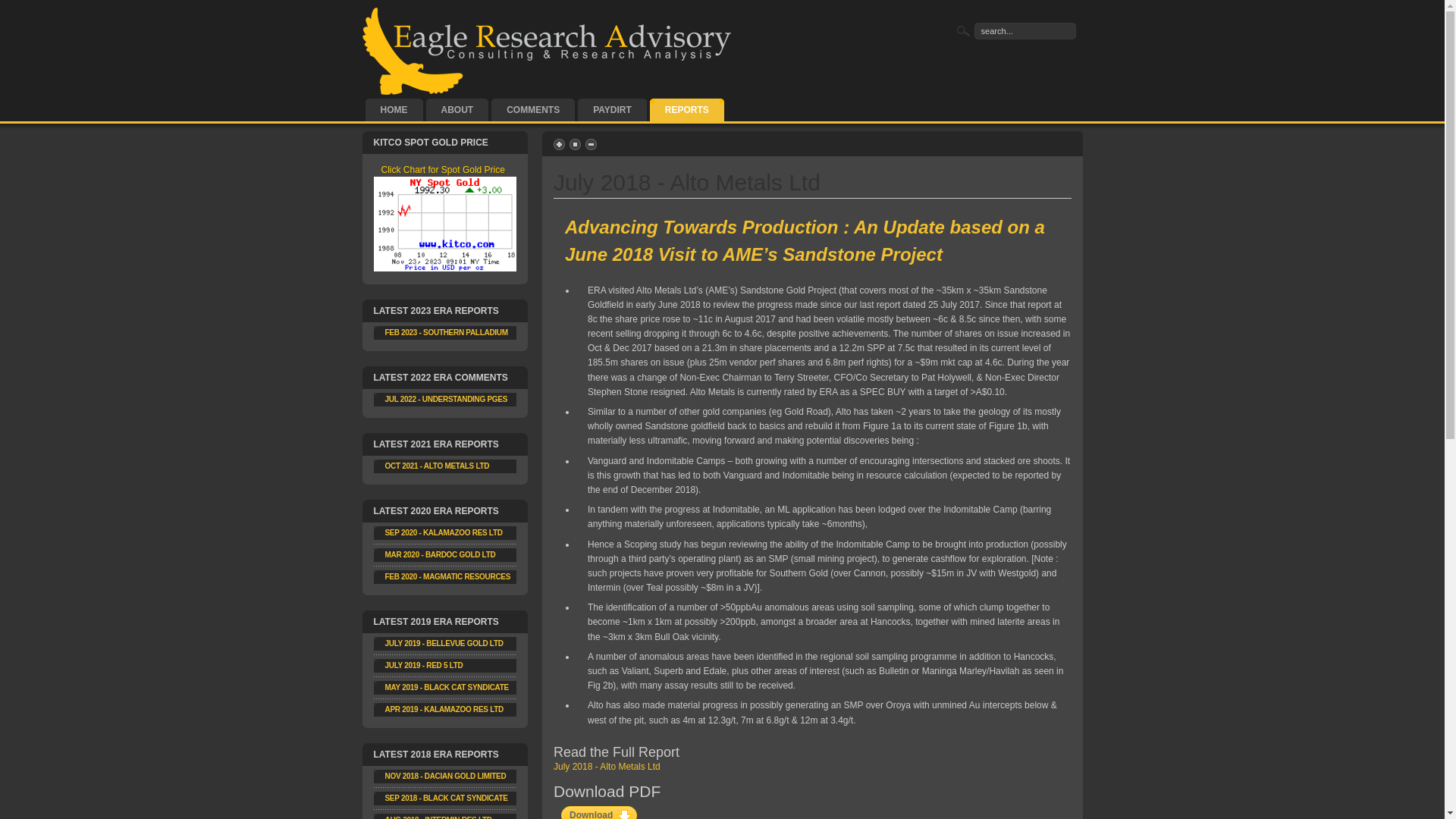  What do you see at coordinates (446, 687) in the screenshot?
I see `'MAY 2019 - BLACK CAT SYNDICATE'` at bounding box center [446, 687].